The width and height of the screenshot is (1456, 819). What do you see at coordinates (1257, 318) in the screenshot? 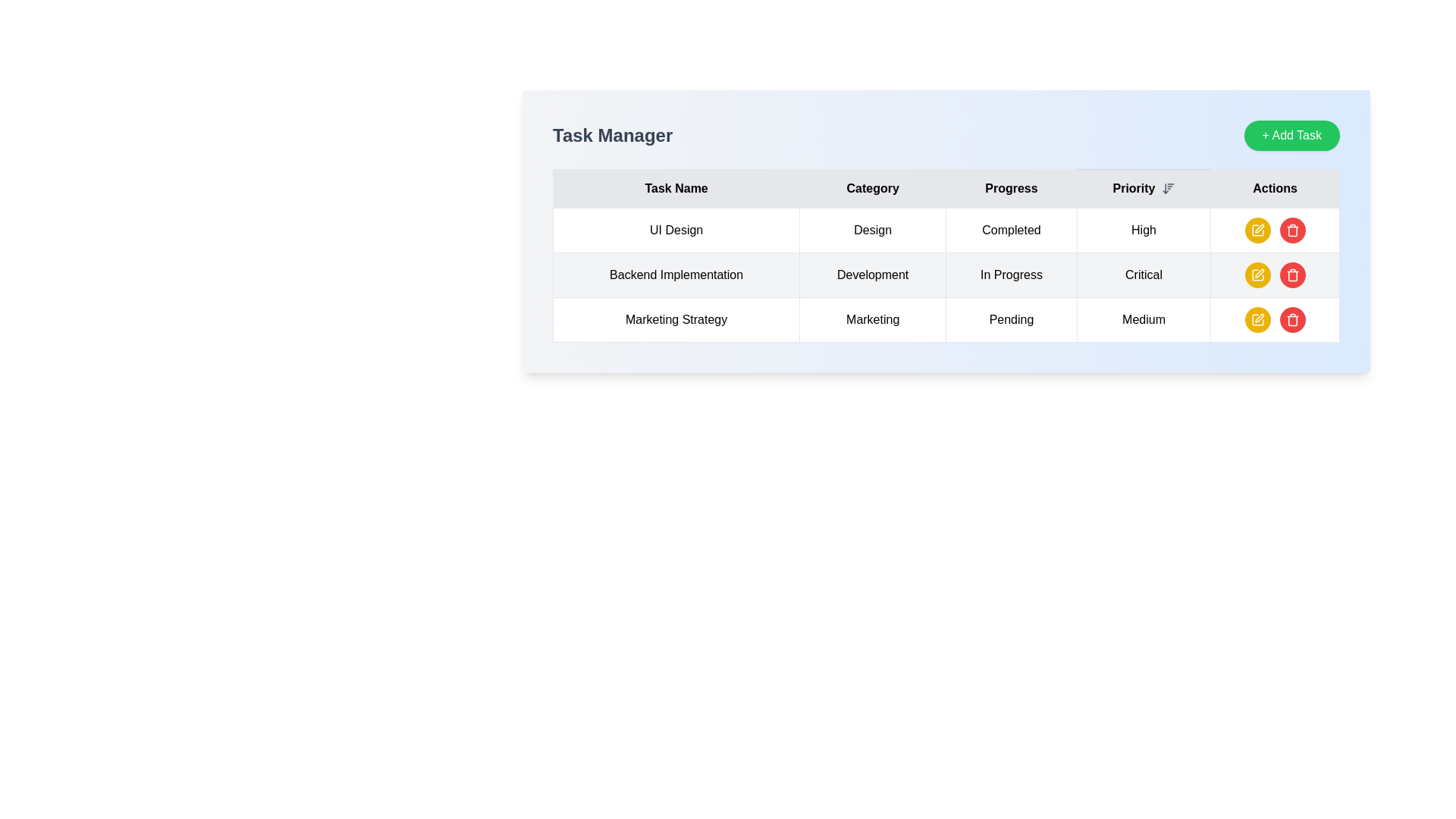
I see `the yellow pen icon button located in the 'Actions' column for the 'Marketing Strategy' task to initiate editing` at bounding box center [1257, 318].